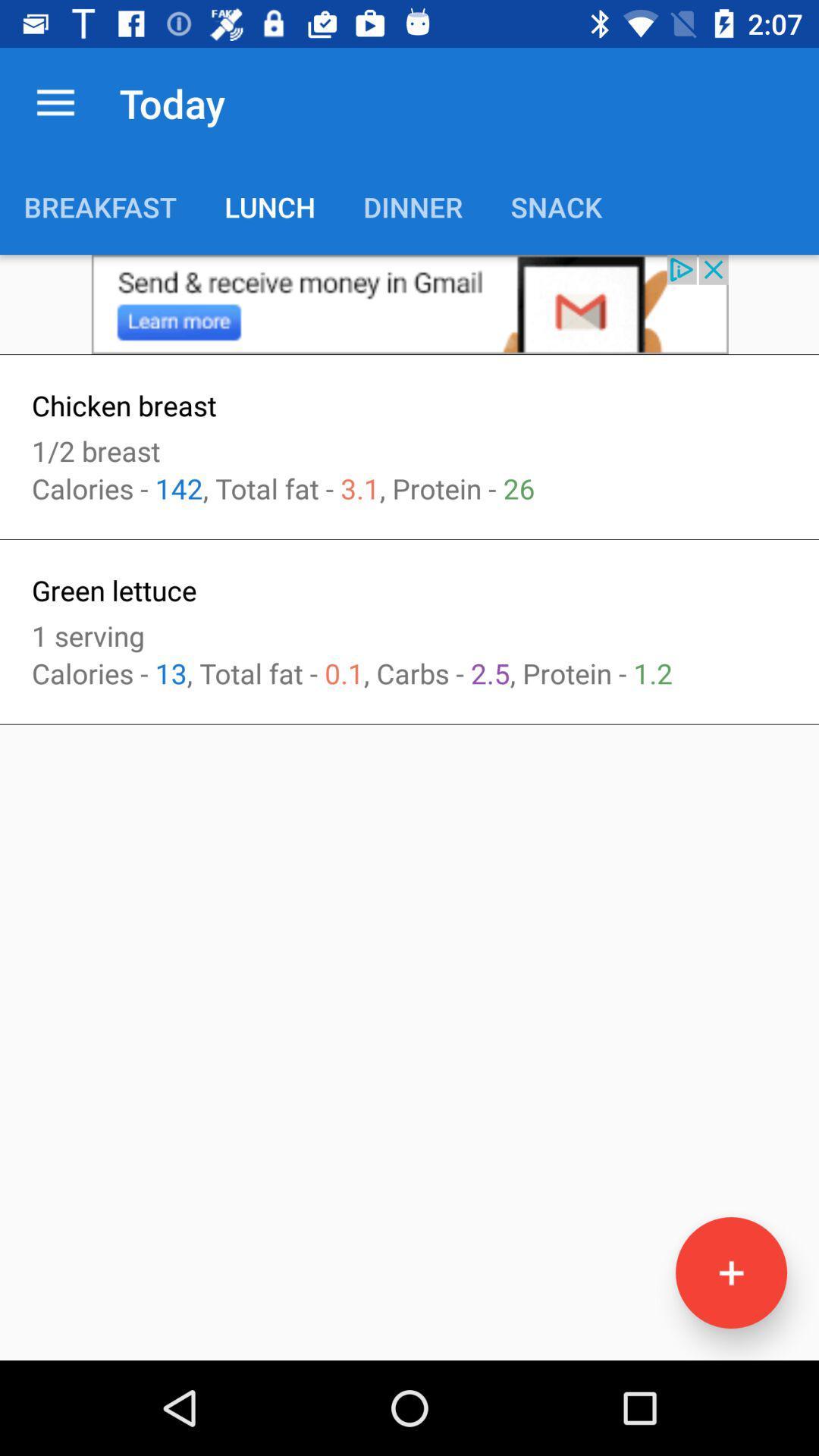 The image size is (819, 1456). I want to click on send money advertisement, so click(409, 303).